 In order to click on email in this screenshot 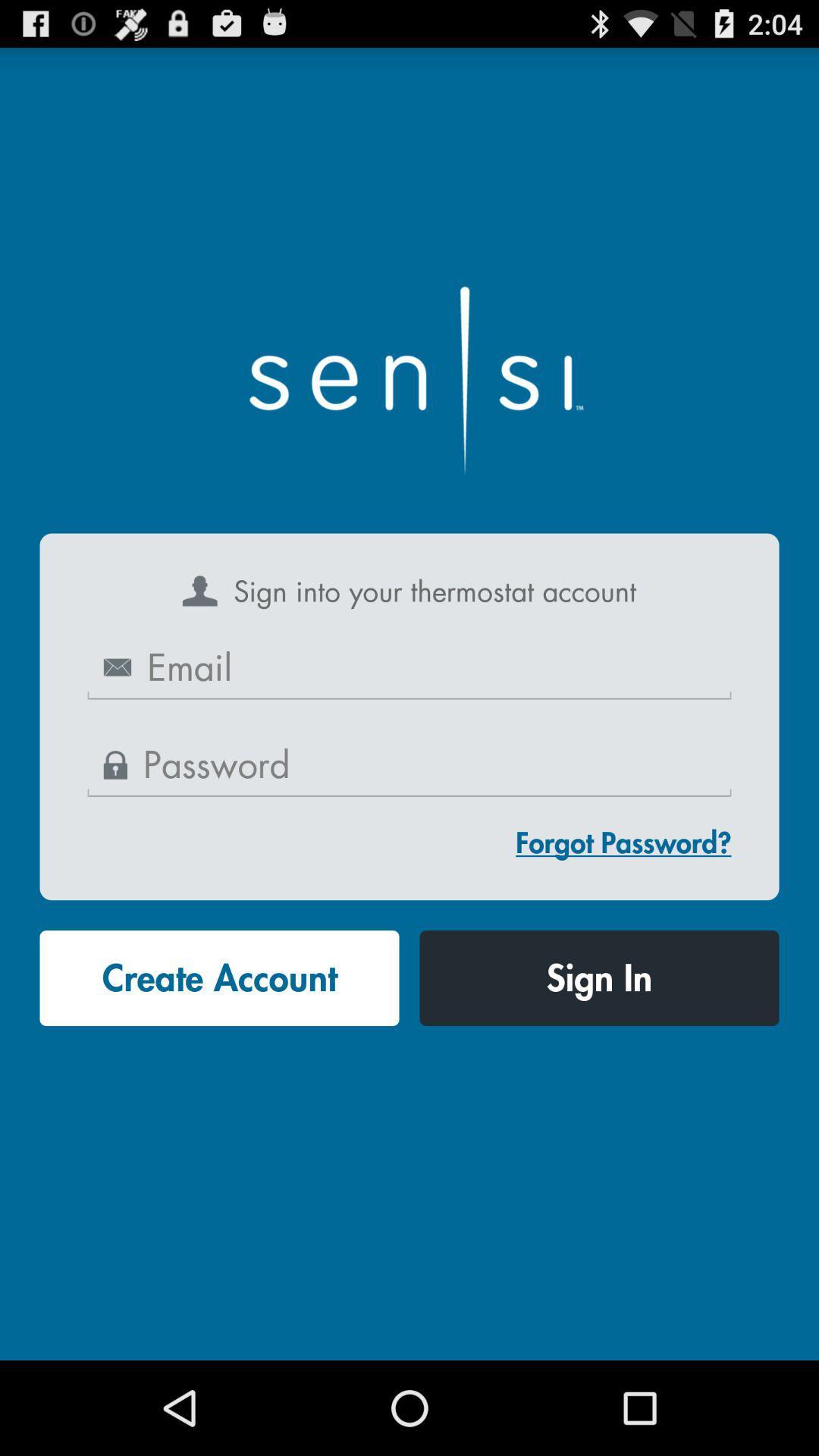, I will do `click(409, 668)`.